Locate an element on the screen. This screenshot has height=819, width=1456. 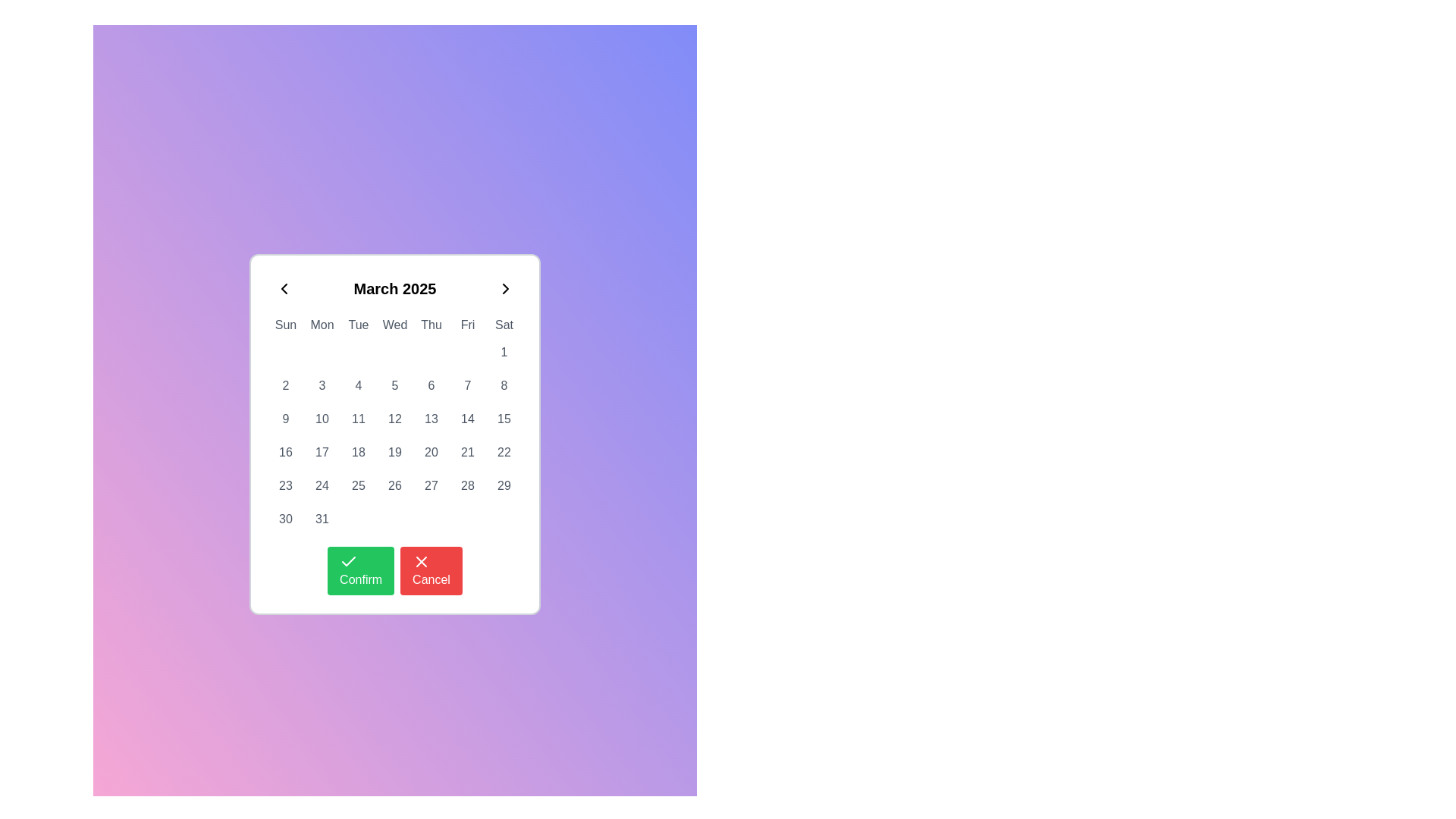
the small, circular decorative marker located below the 'Wed' column in the calendar grid is located at coordinates (395, 353).